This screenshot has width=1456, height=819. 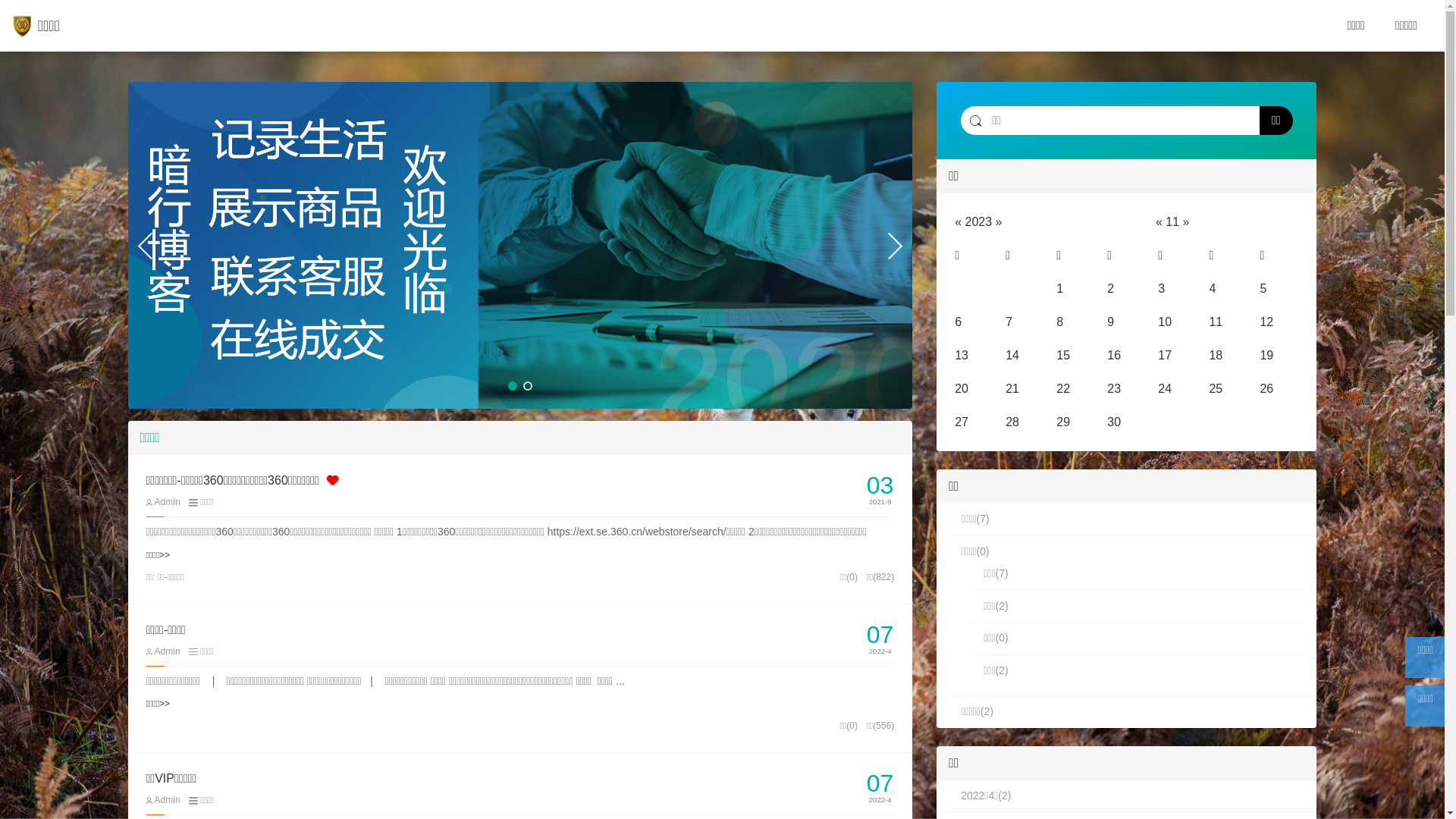 What do you see at coordinates (146, 651) in the screenshot?
I see `'Admin'` at bounding box center [146, 651].